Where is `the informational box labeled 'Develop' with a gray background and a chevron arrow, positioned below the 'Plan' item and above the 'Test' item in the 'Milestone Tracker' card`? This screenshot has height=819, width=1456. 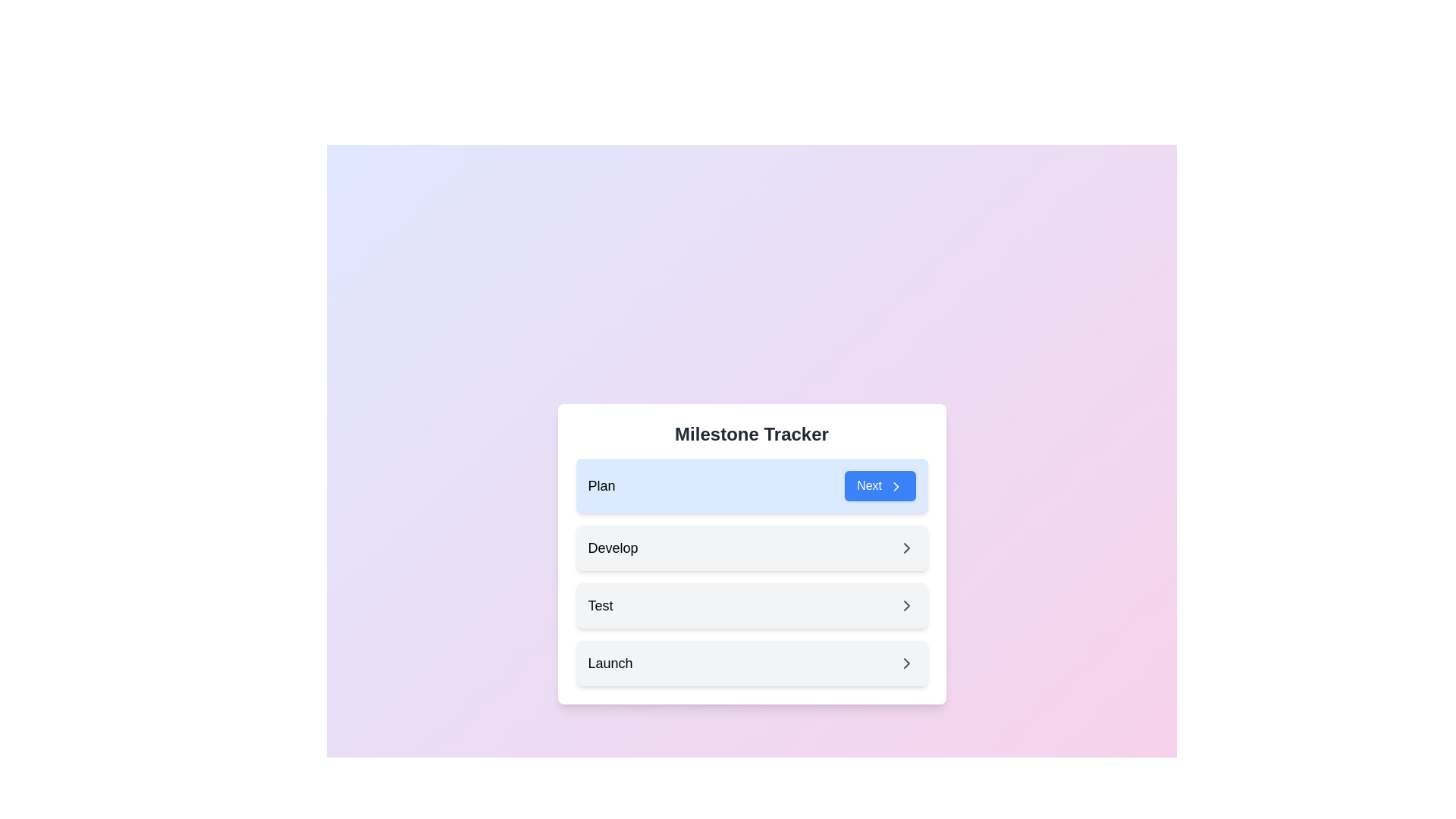 the informational box labeled 'Develop' with a gray background and a chevron arrow, positioned below the 'Plan' item and above the 'Test' item in the 'Milestone Tracker' card is located at coordinates (752, 548).